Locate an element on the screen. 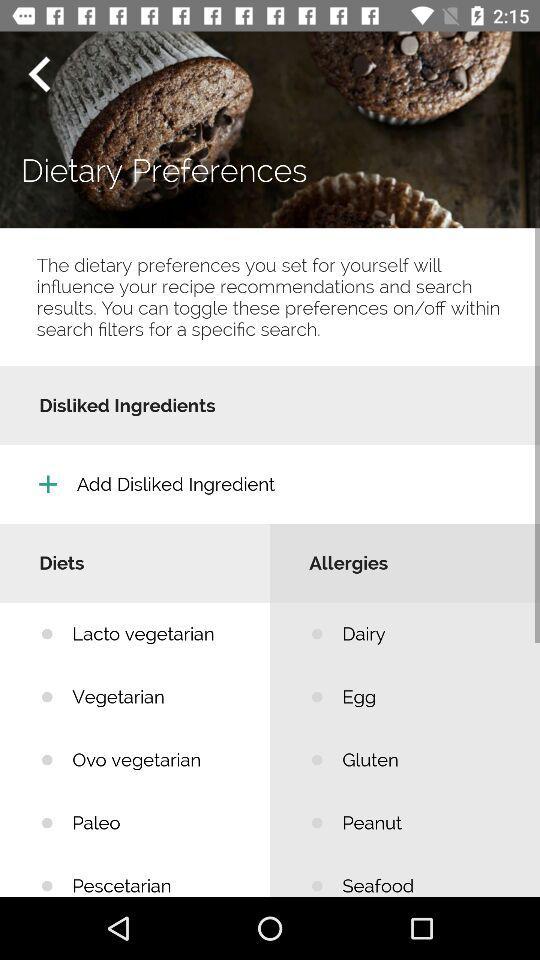 The image size is (540, 960). peanut is located at coordinates (425, 823).